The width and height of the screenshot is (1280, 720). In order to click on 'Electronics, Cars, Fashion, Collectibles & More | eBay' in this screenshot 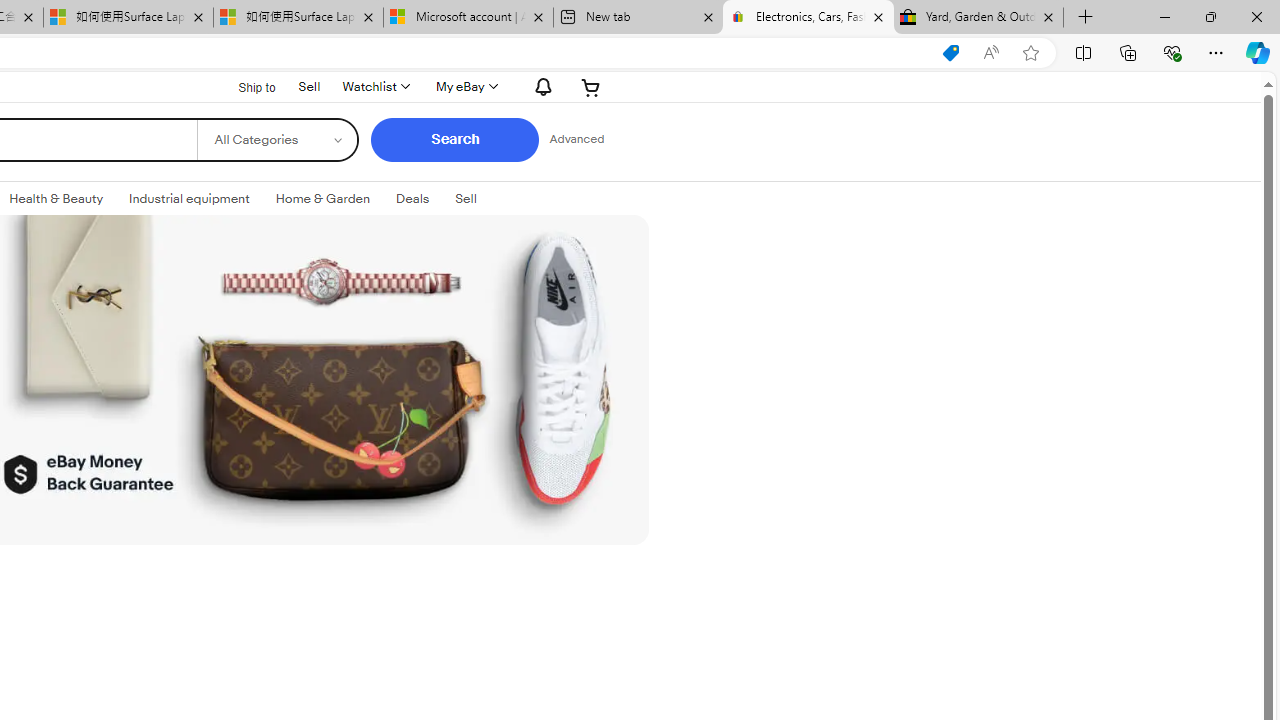, I will do `click(808, 17)`.